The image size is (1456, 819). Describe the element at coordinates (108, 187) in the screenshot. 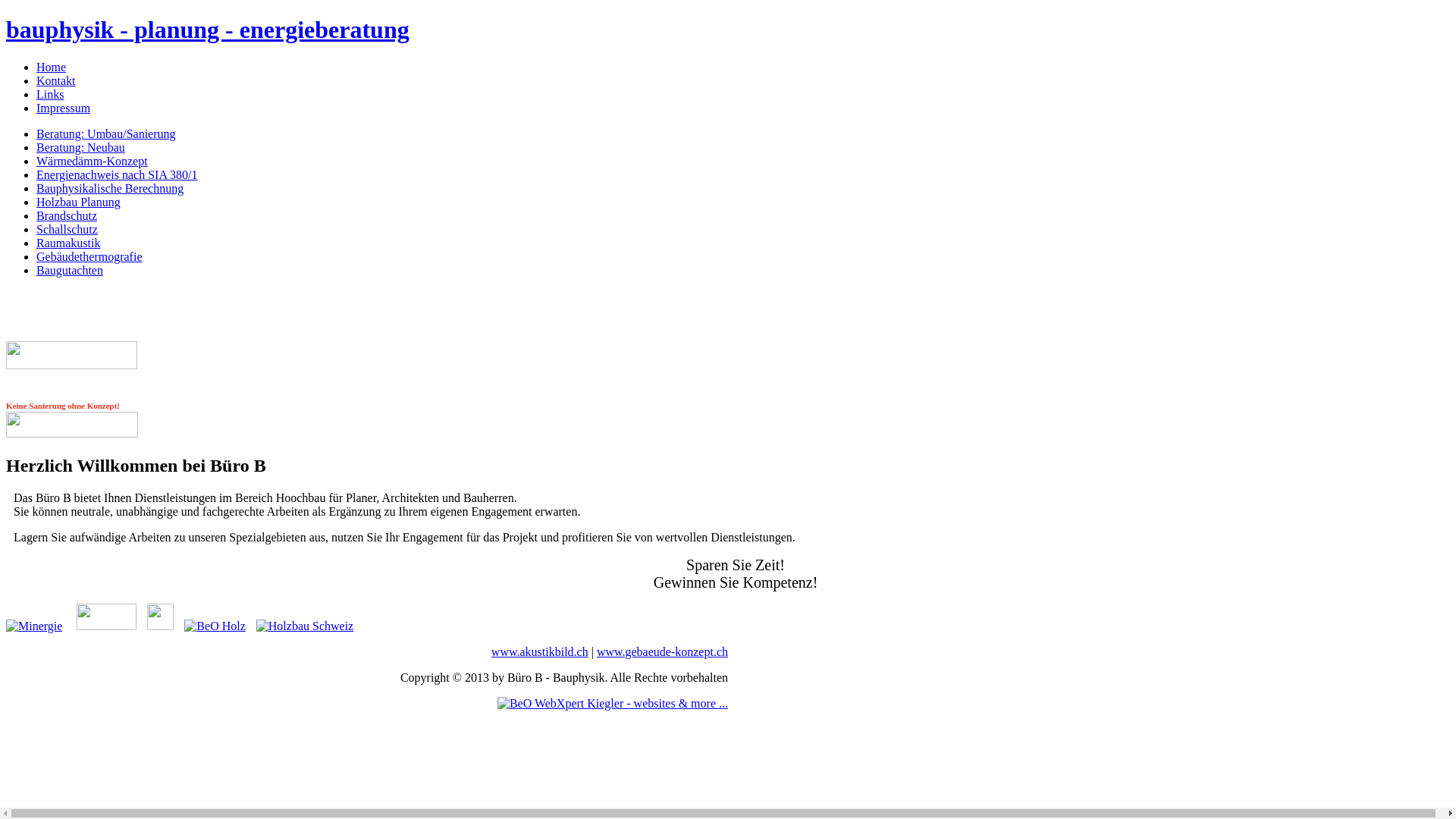

I see `'Bauphysikalische Berechnung'` at that location.